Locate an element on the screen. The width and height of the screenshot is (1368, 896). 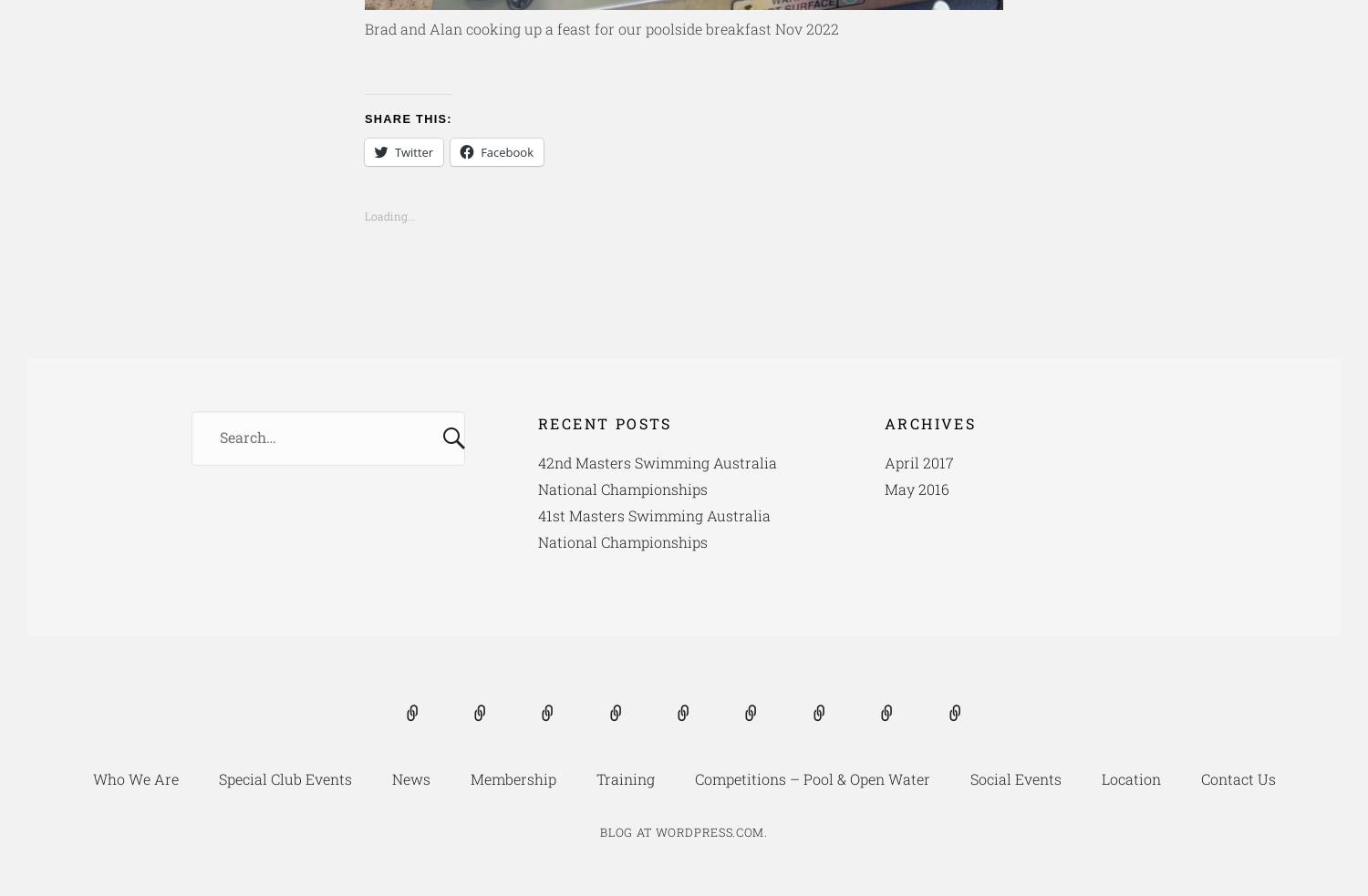
'Competitions – Pool & Open Water' is located at coordinates (811, 778).